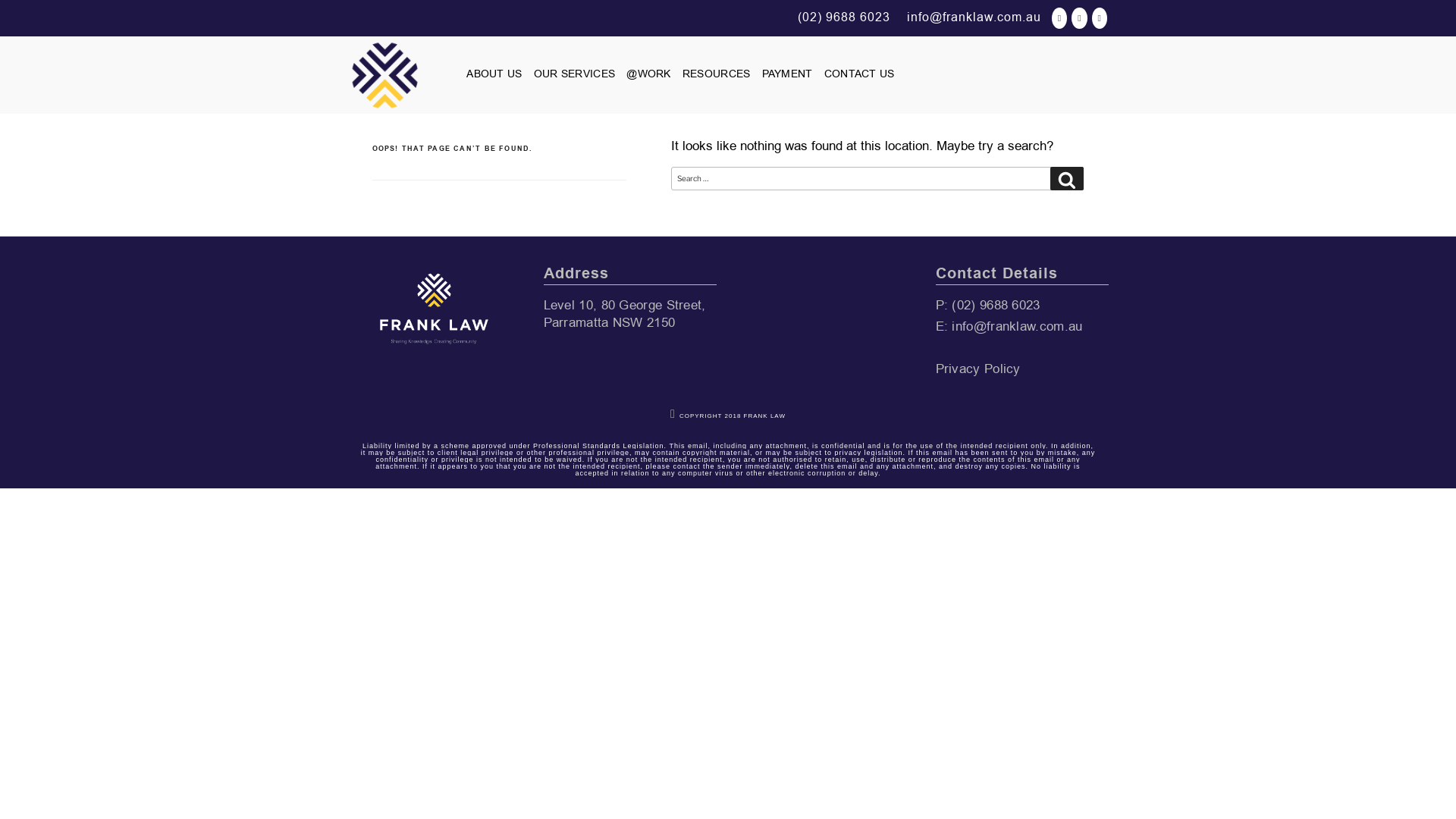  Describe the element at coordinates (978, 369) in the screenshot. I see `'Privacy Policy'` at that location.